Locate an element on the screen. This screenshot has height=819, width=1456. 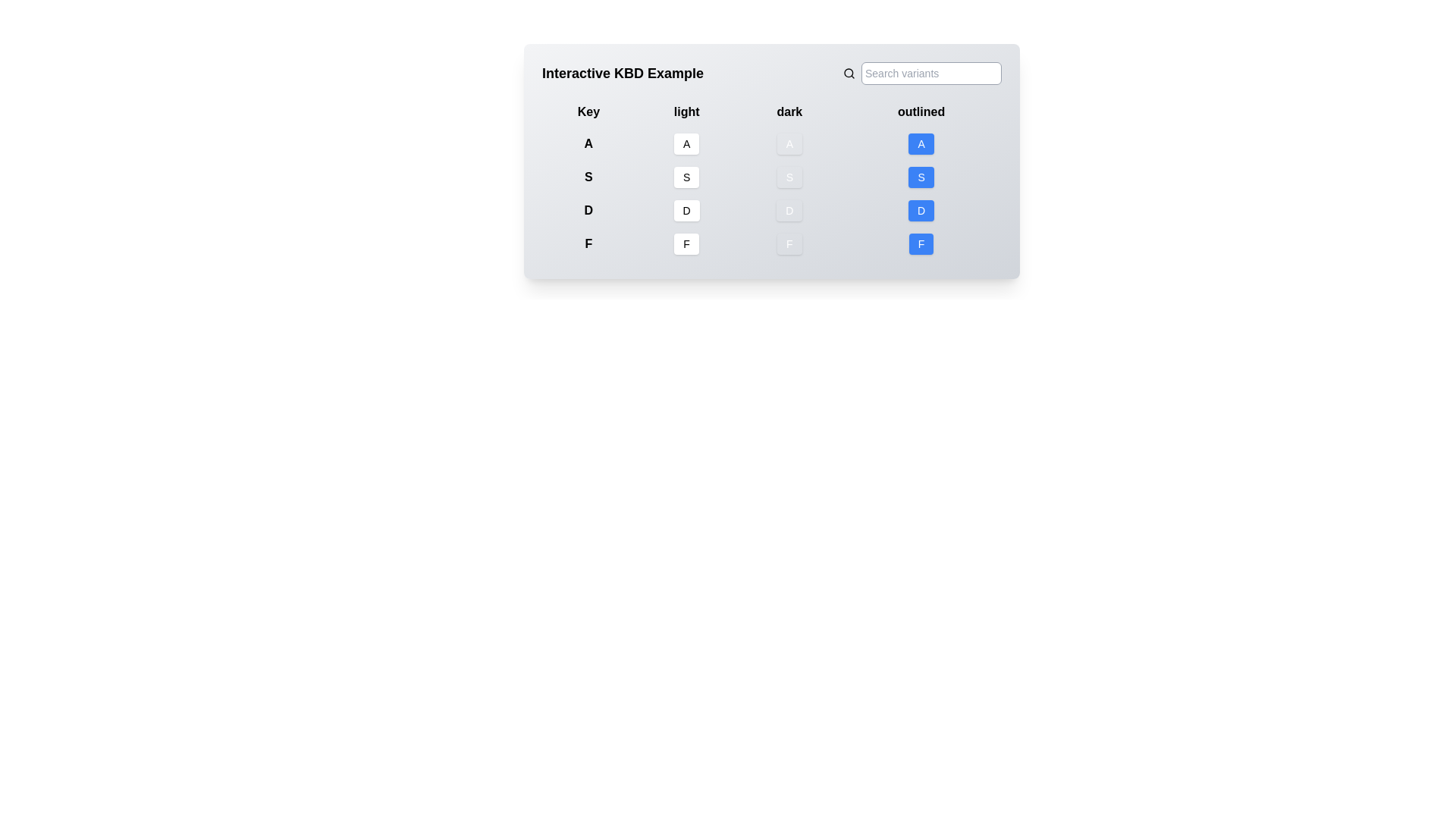
the non-interactive button displaying the letter 'A' with a dark gray background, located in the first row of the 'dark' column is located at coordinates (789, 143).